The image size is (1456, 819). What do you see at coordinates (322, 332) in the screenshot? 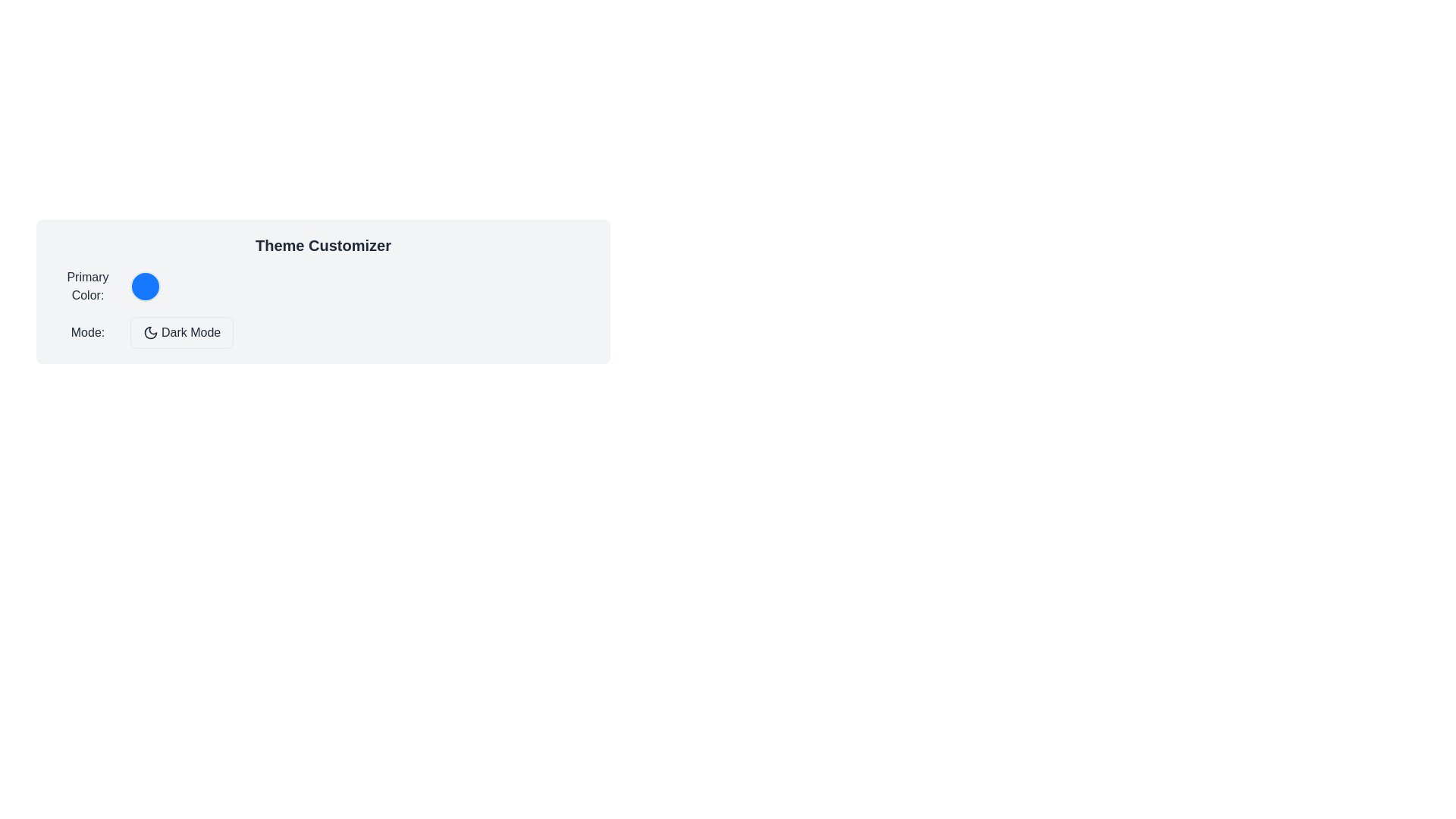
I see `the second interactive button that toggles the 'Dark Mode' setting` at bounding box center [322, 332].